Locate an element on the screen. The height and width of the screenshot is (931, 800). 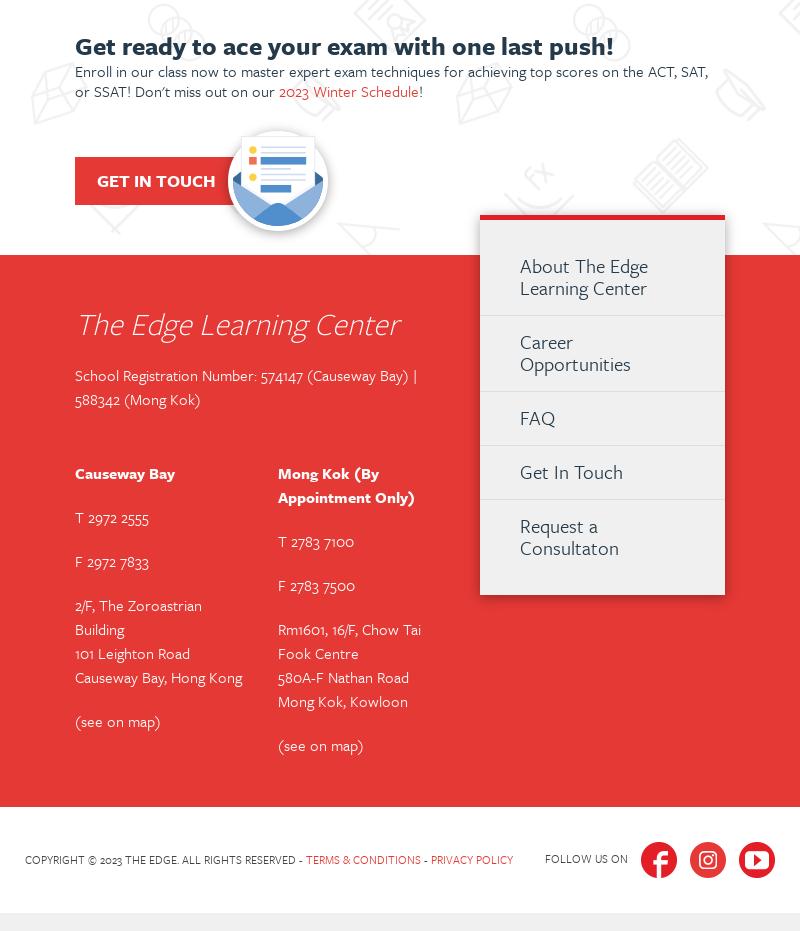
'T 2972 2555' is located at coordinates (111, 516).